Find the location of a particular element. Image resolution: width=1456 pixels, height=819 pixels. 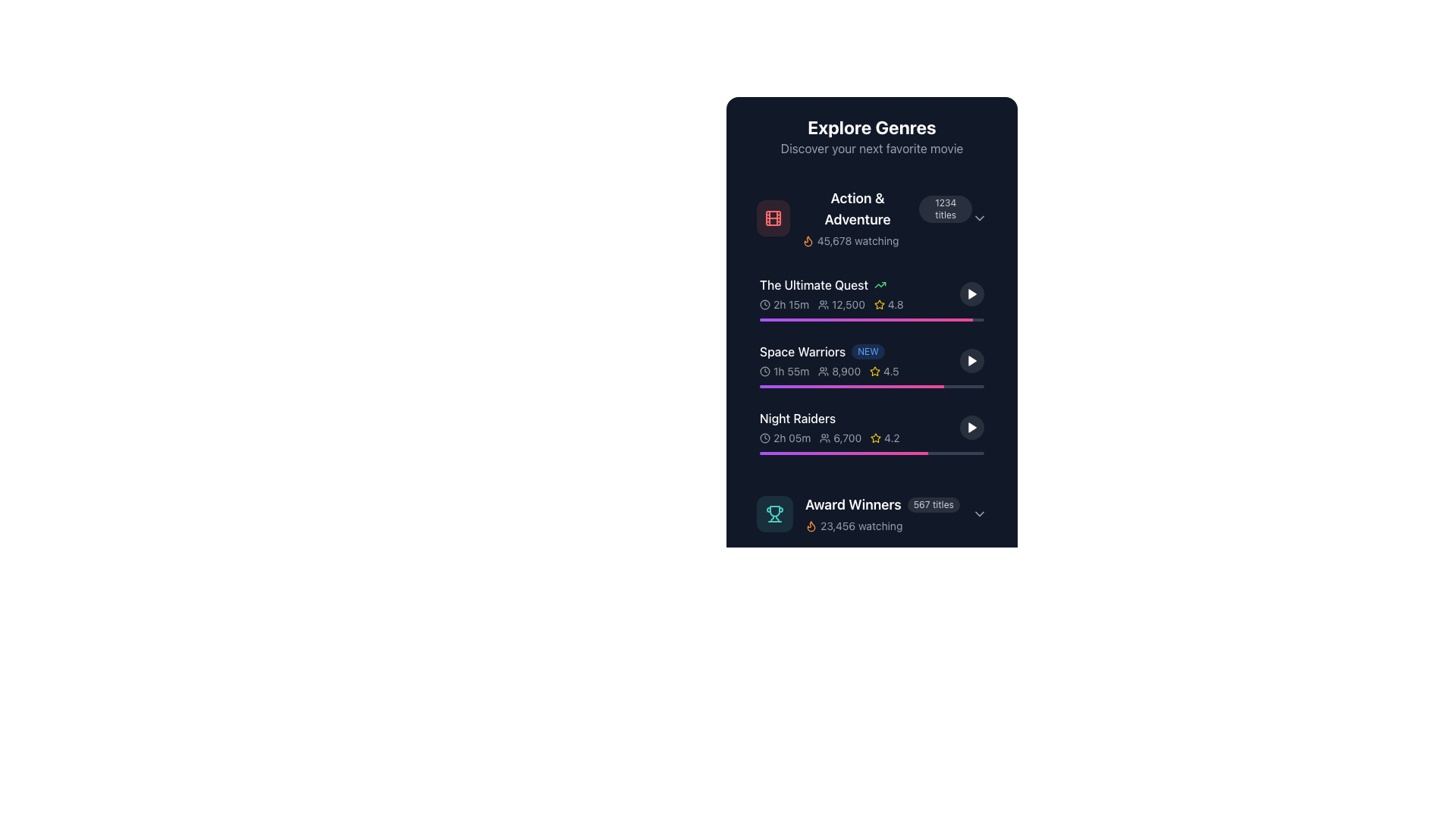

the text element indicating the current number of viewers or users engaged with the 'Action & Adventure' category, located at the bottom section of the category card is located at coordinates (886, 240).